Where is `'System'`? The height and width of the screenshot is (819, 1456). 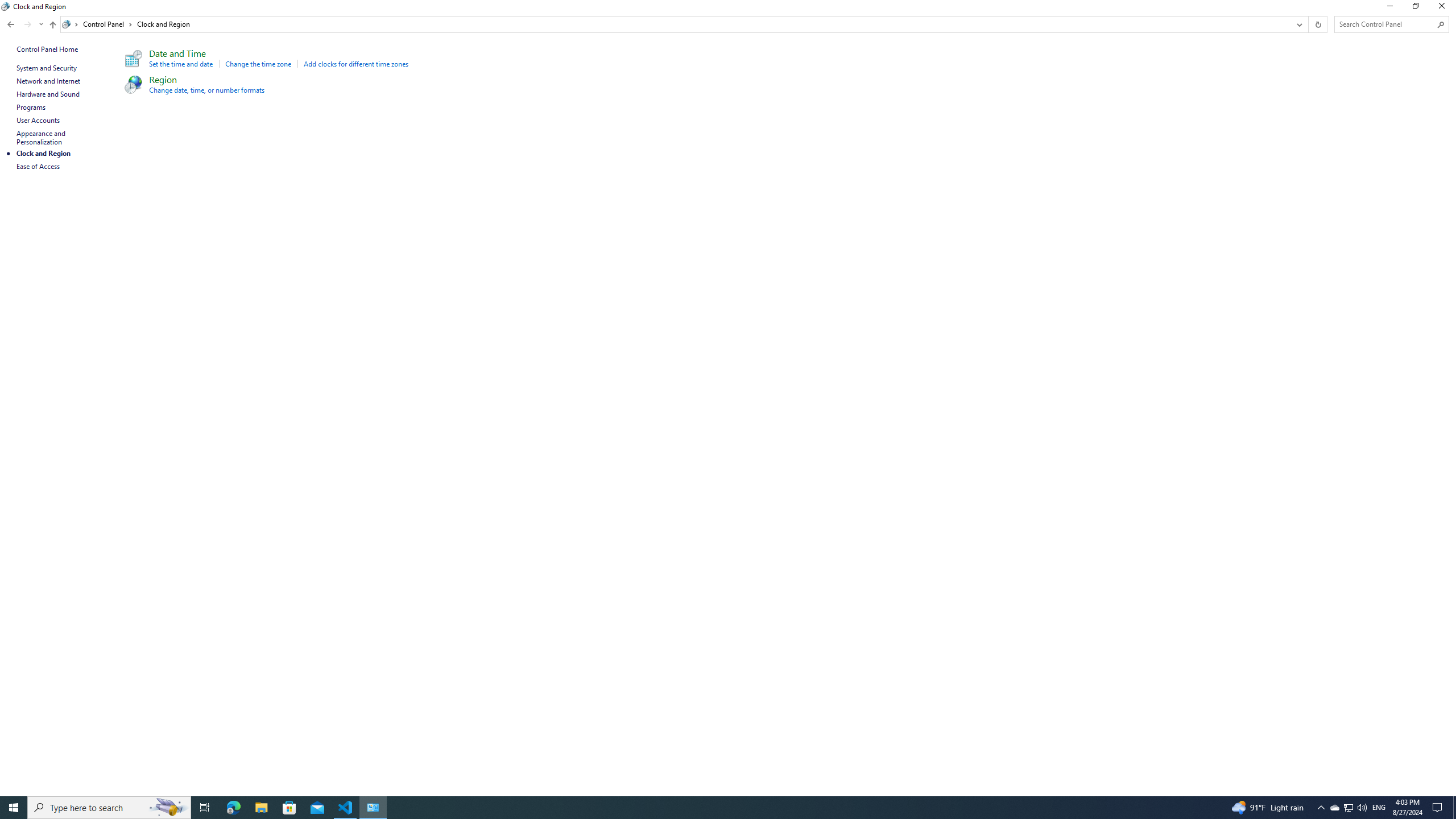 'System' is located at coordinates (6, 5).